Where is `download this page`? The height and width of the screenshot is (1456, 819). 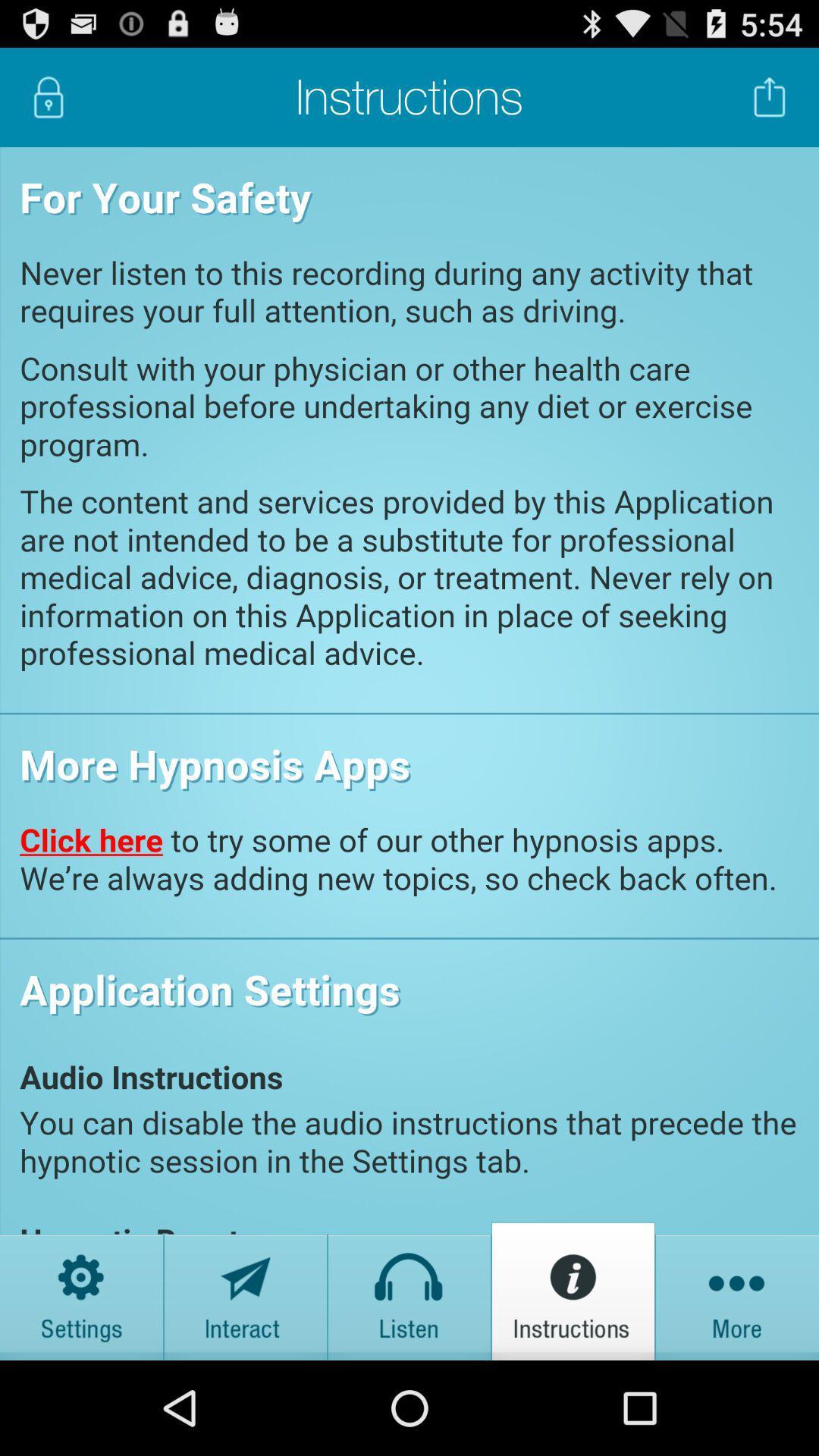
download this page is located at coordinates (770, 96).